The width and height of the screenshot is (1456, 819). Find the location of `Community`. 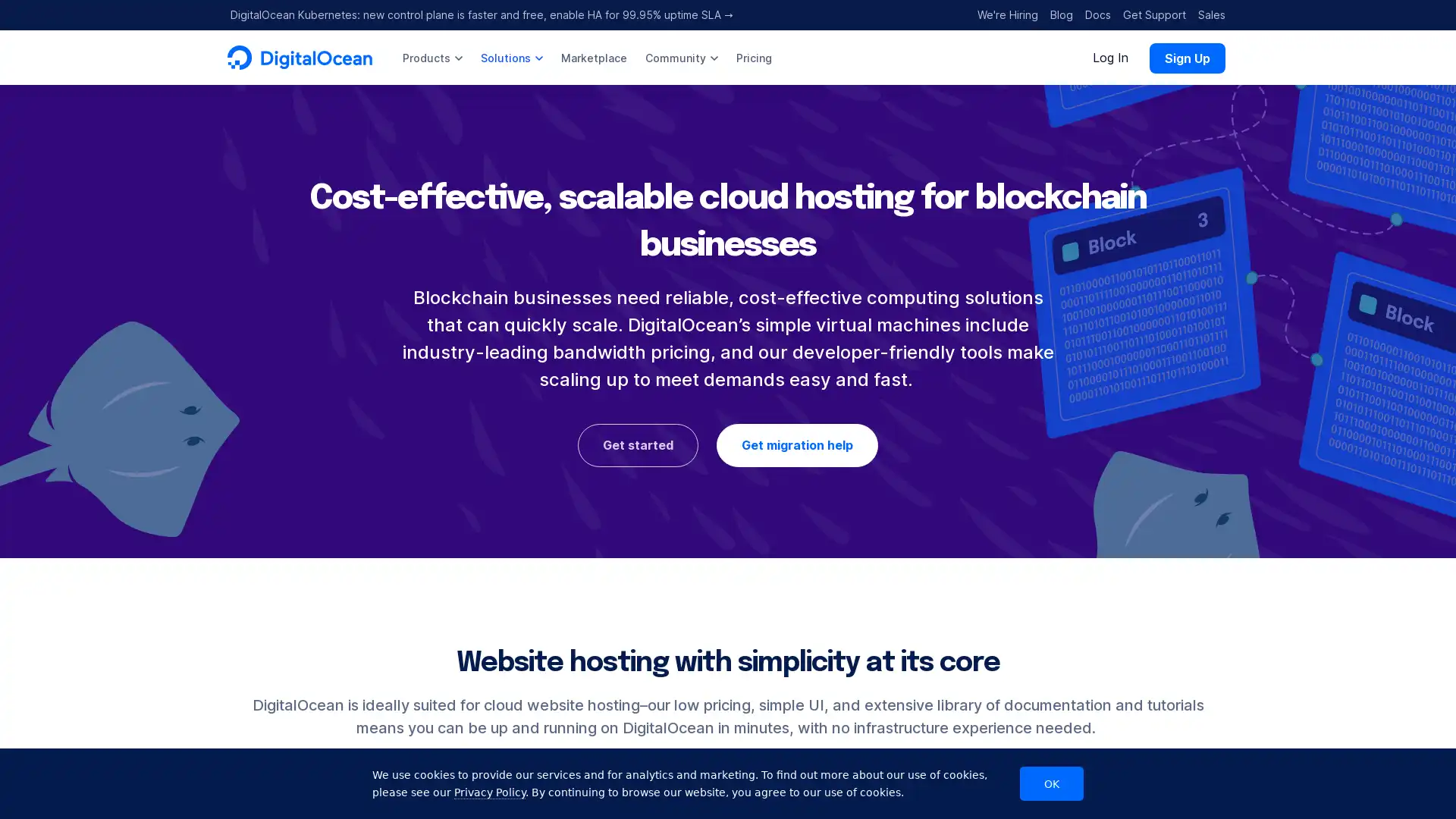

Community is located at coordinates (680, 57).